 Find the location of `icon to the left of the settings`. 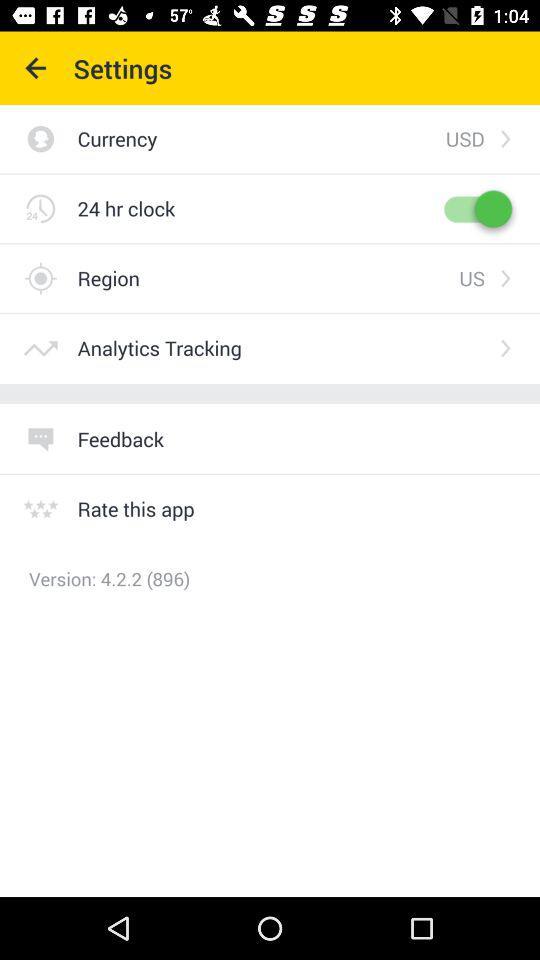

icon to the left of the settings is located at coordinates (36, 68).